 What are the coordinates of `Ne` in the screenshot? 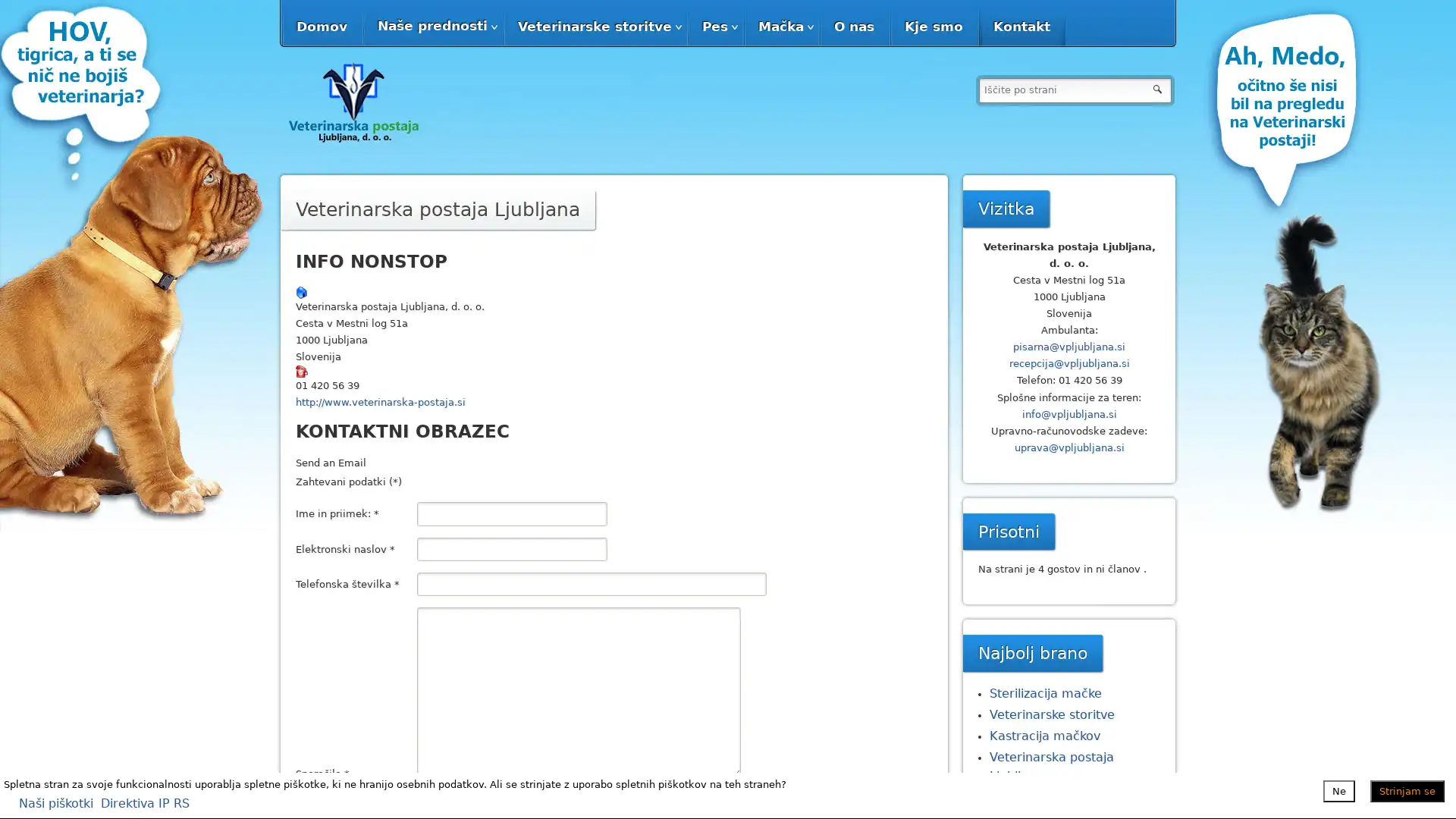 It's located at (1339, 789).